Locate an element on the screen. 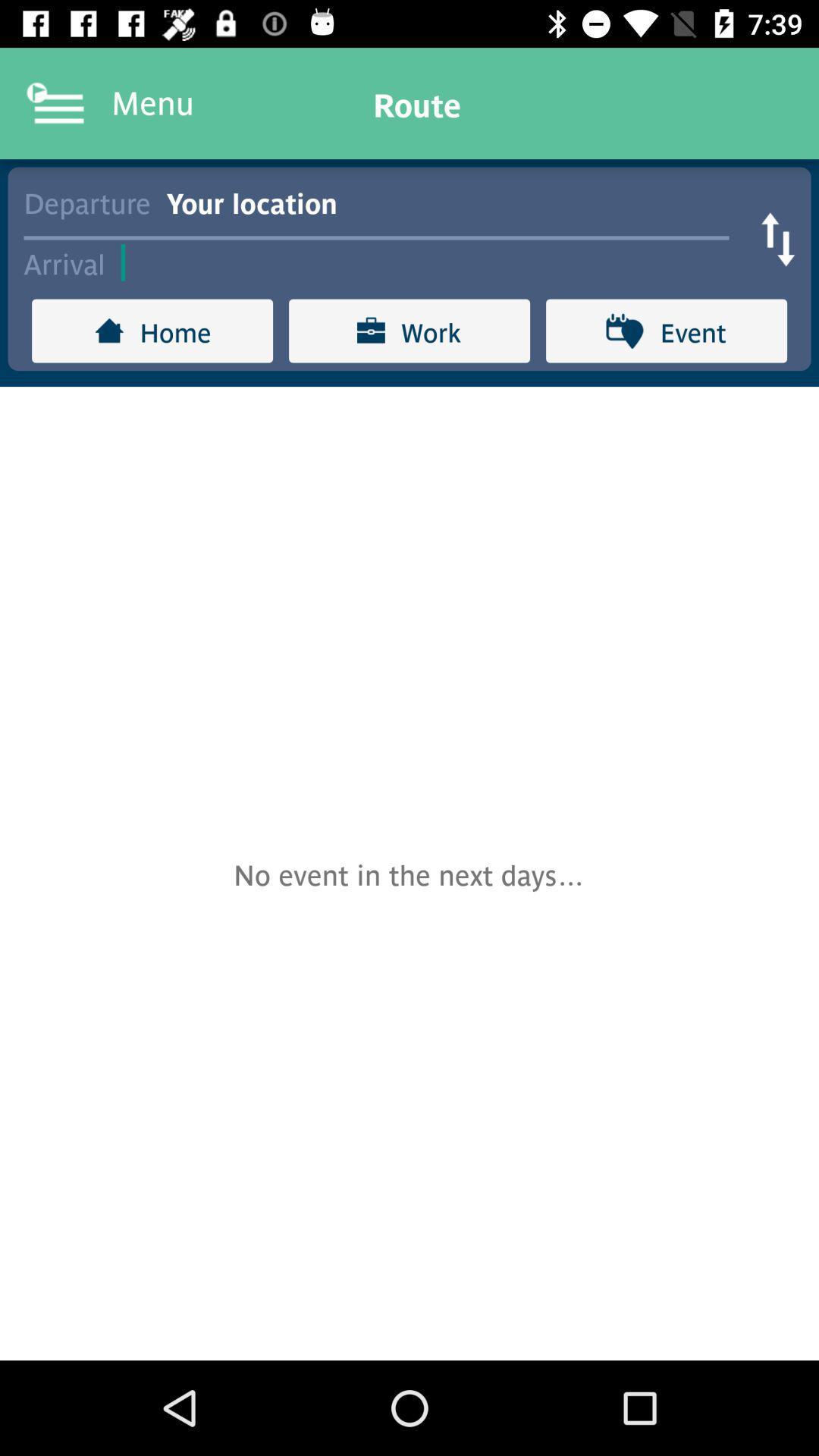 The height and width of the screenshot is (1456, 819). arrival field is located at coordinates (433, 262).